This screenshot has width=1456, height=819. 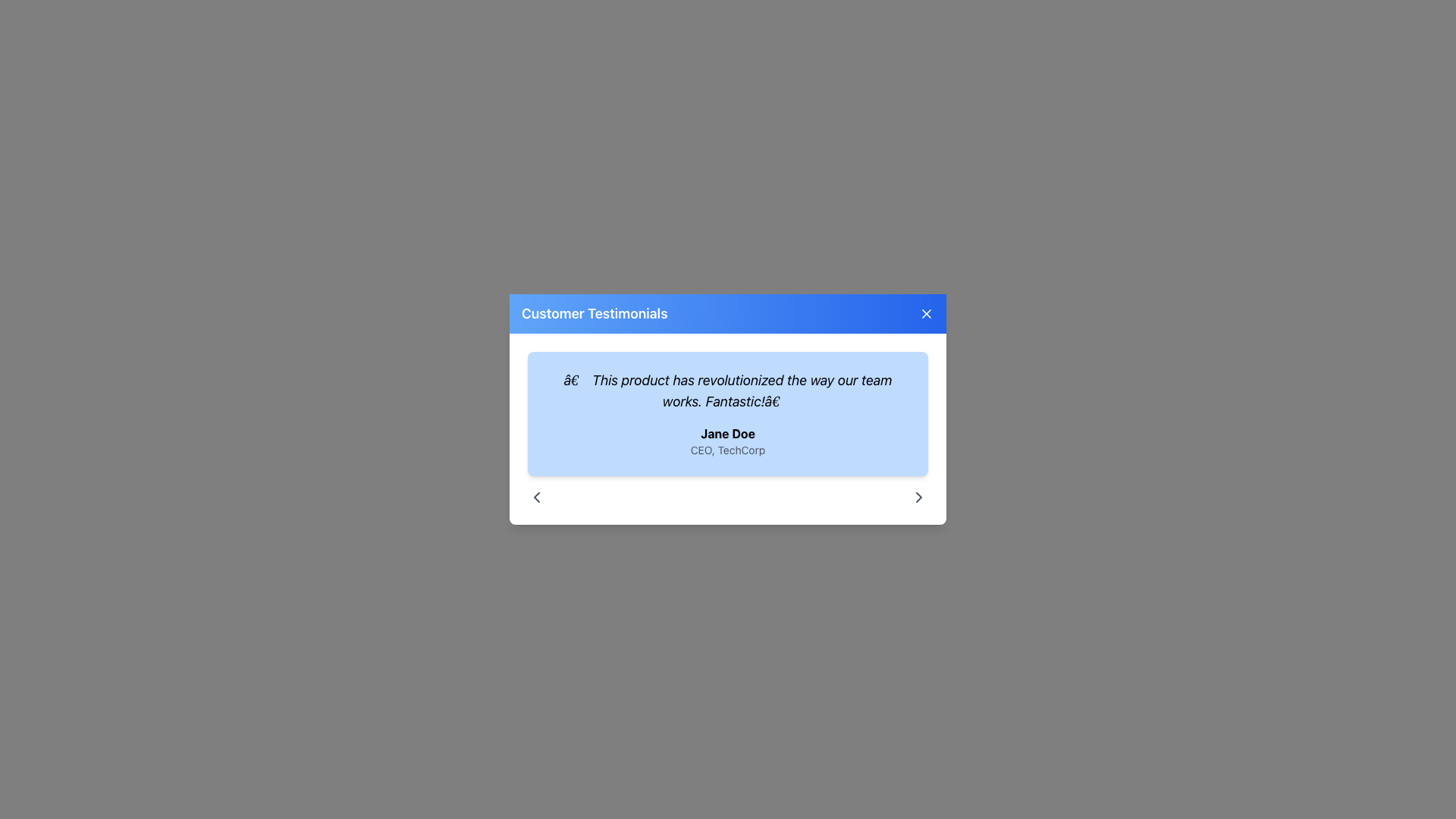 What do you see at coordinates (926, 312) in the screenshot?
I see `the close button located in the top-right corner of the 'Customer Testimonials' modal window to trigger hover effects` at bounding box center [926, 312].